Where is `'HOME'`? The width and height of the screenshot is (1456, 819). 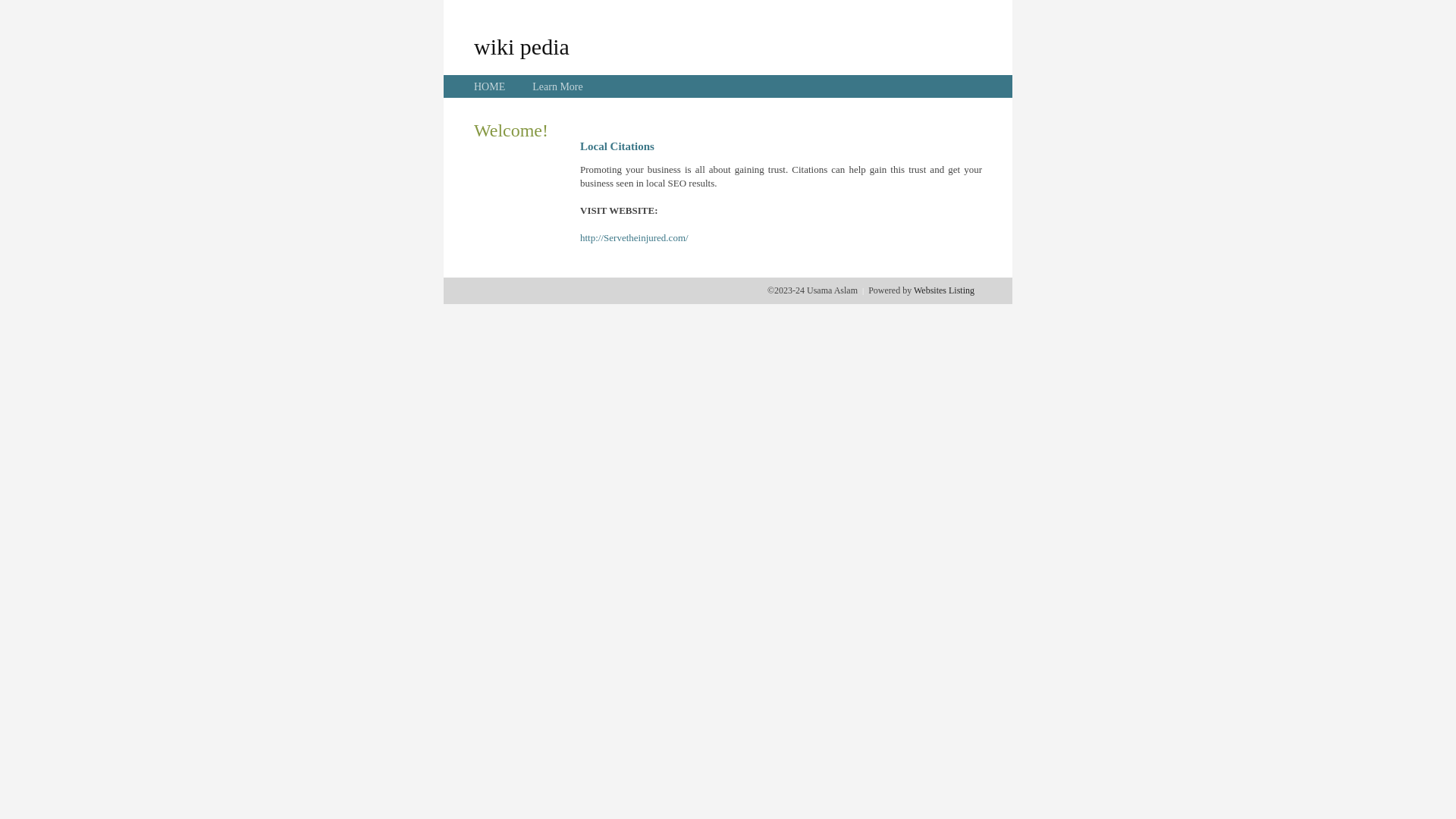
'HOME' is located at coordinates (472, 86).